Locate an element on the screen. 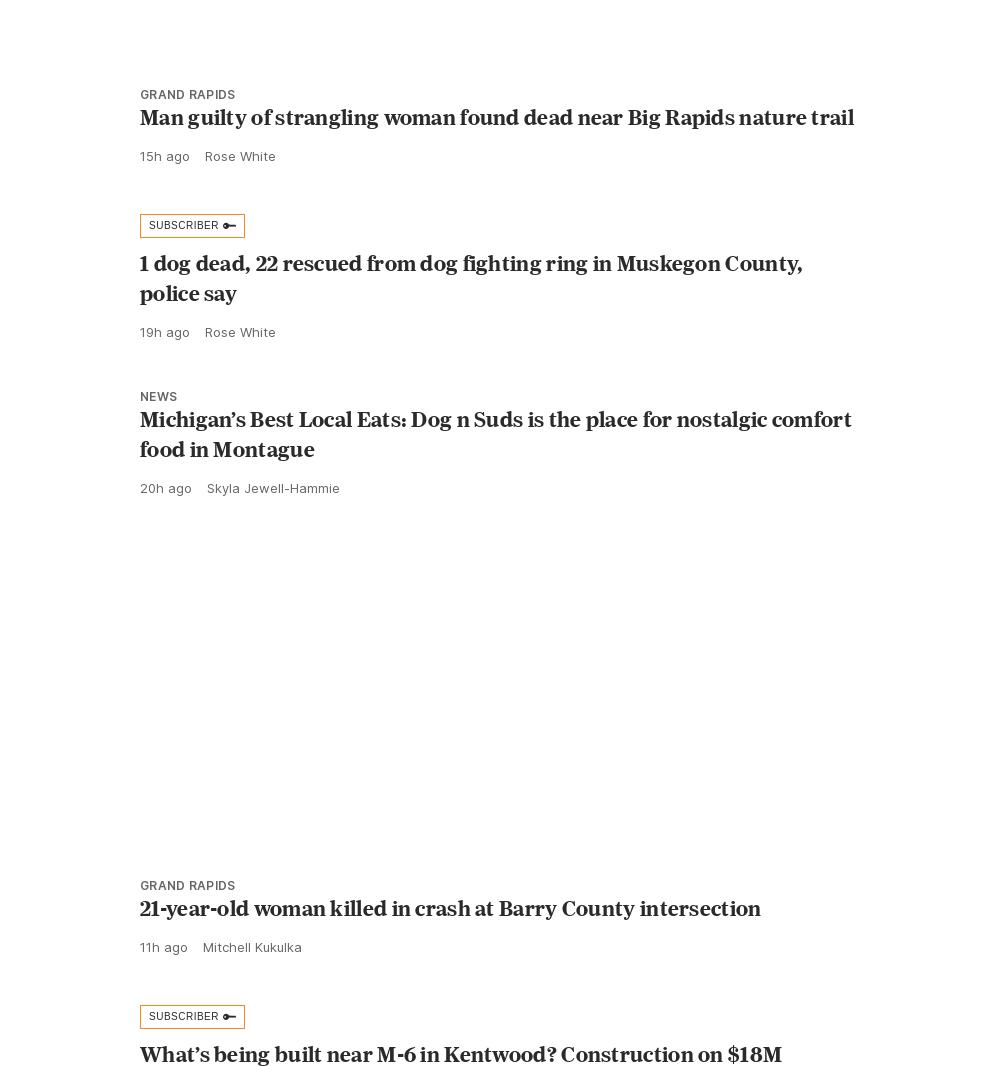 This screenshot has height=1066, width=1000. '1 dog dead, 22 rescued from dog fighting ring in Muskegon County, police say' is located at coordinates (470, 322).